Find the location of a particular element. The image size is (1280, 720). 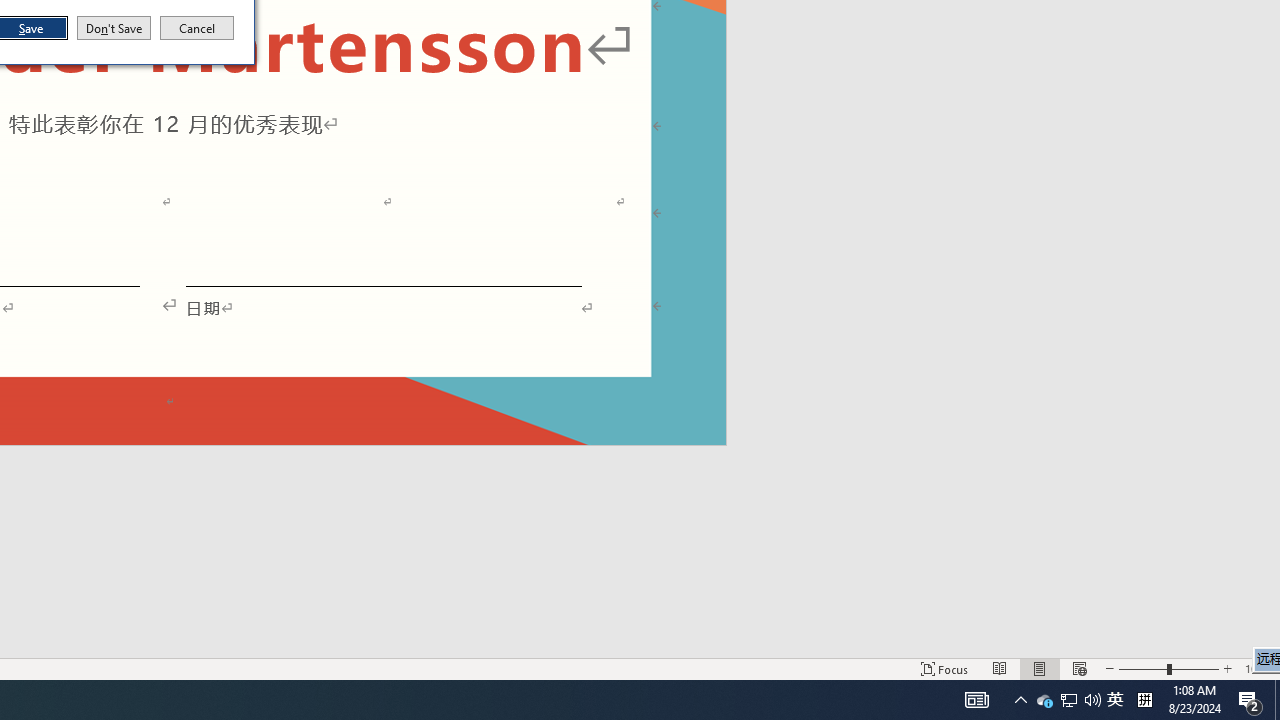

'Tray Input Indicator - Chinese (Simplified, China)' is located at coordinates (1144, 698).